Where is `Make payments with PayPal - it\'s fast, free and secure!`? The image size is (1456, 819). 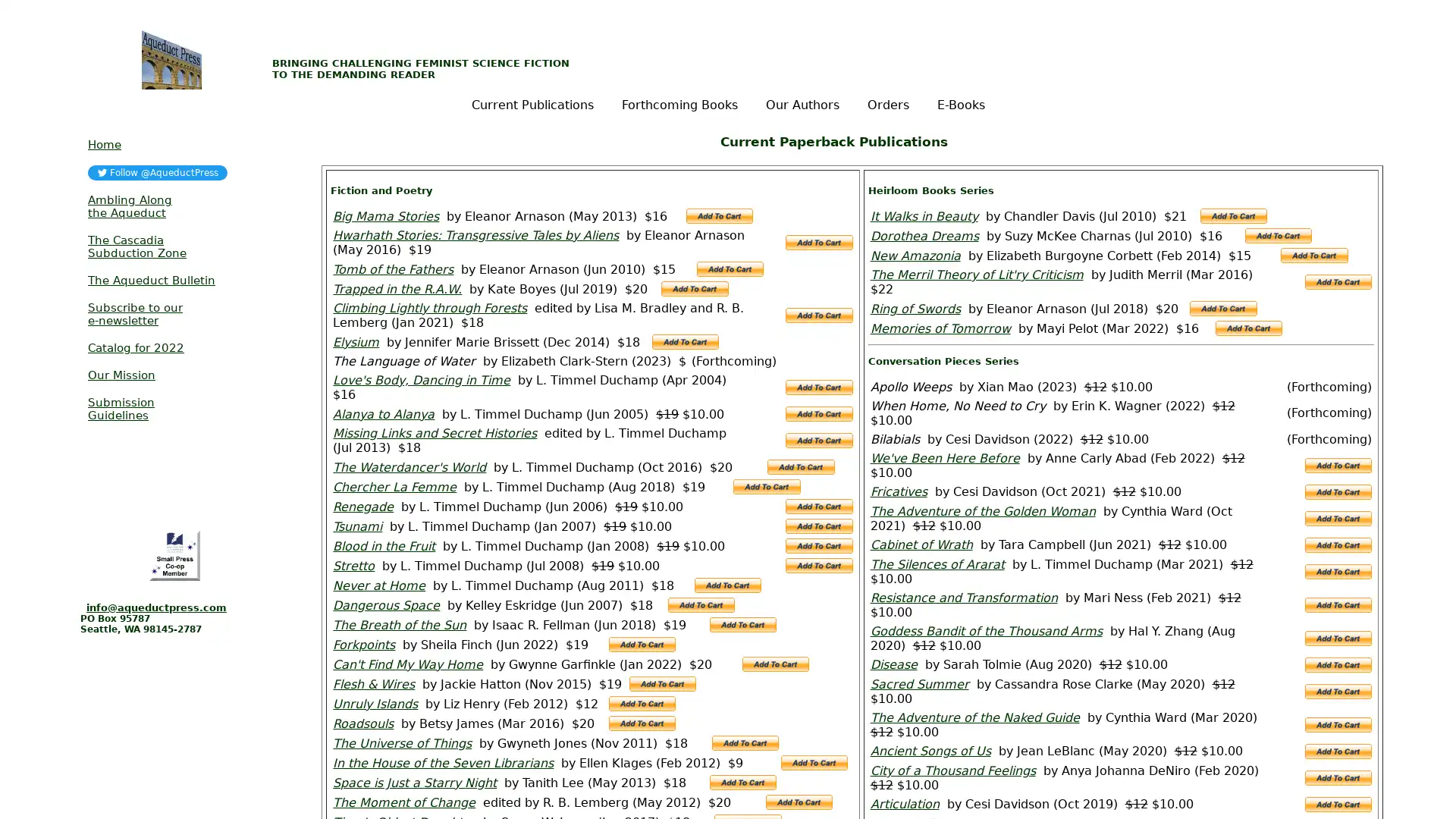
Make payments with PayPal - it\'s fast, free and secure! is located at coordinates (1234, 216).